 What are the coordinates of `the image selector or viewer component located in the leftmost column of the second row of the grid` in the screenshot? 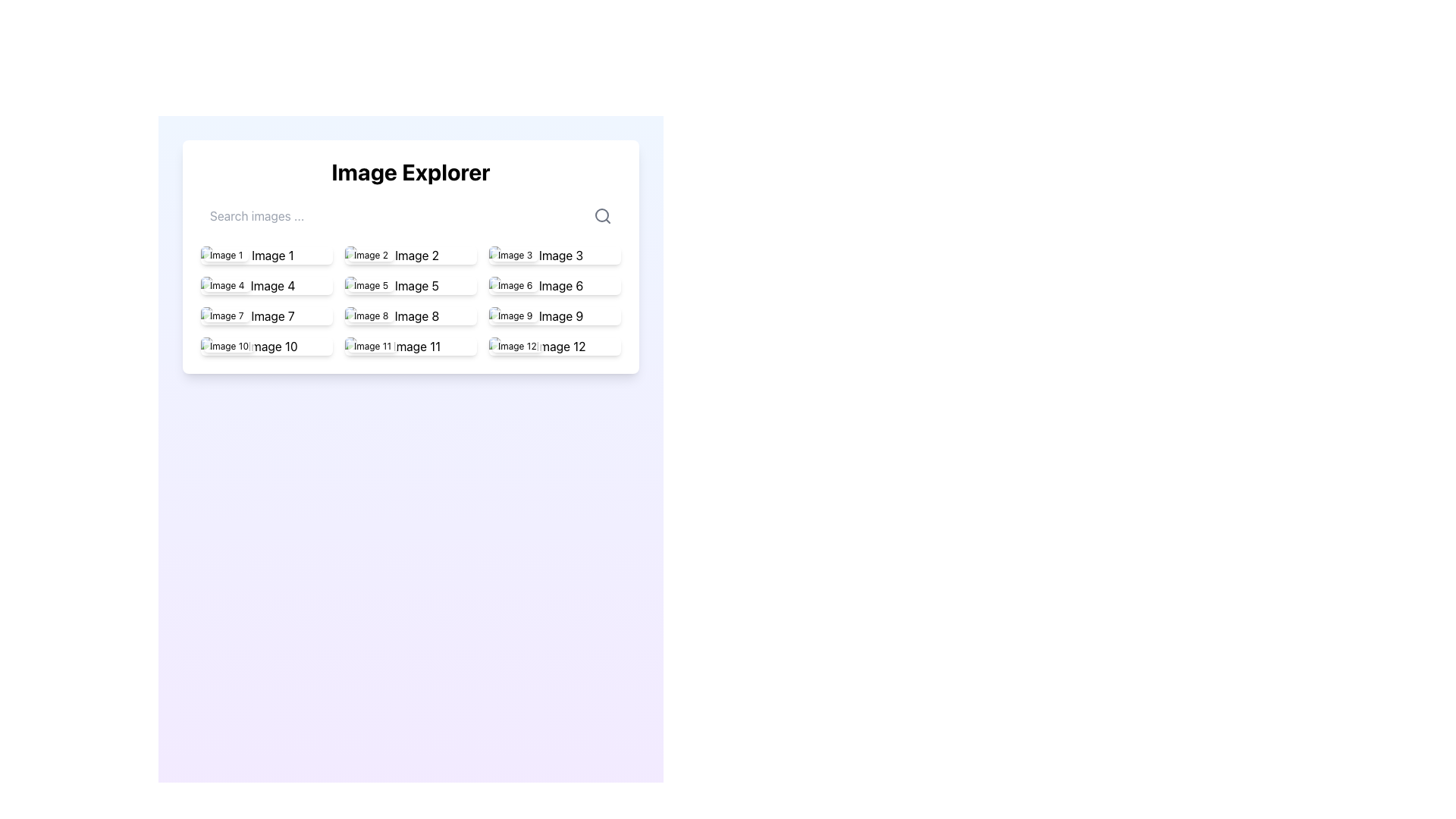 It's located at (266, 286).